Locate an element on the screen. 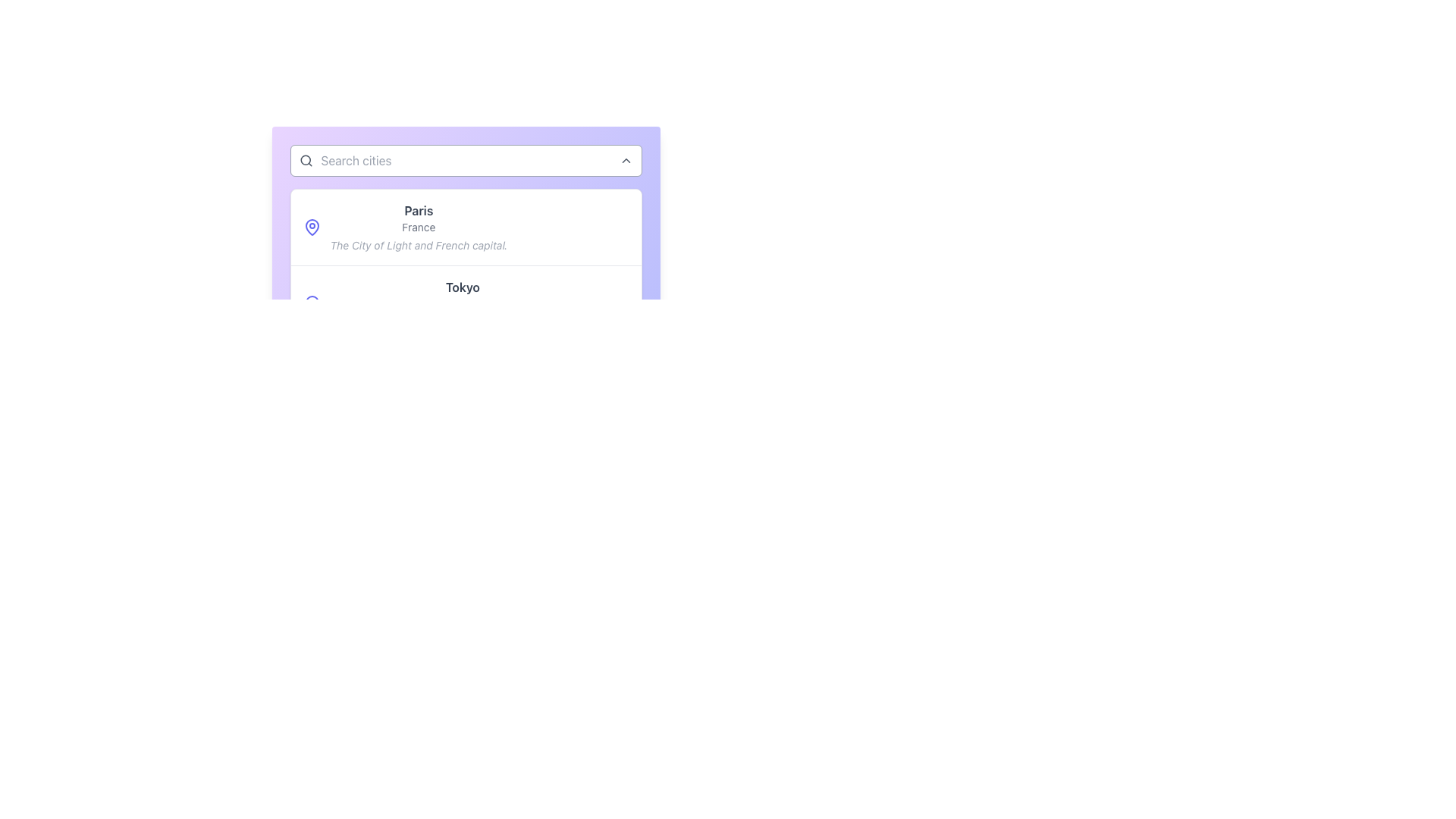 Image resolution: width=1456 pixels, height=819 pixels. the small upward-facing chevron icon button located at the top-right corner of the 'Search cities' input field is located at coordinates (626, 161).